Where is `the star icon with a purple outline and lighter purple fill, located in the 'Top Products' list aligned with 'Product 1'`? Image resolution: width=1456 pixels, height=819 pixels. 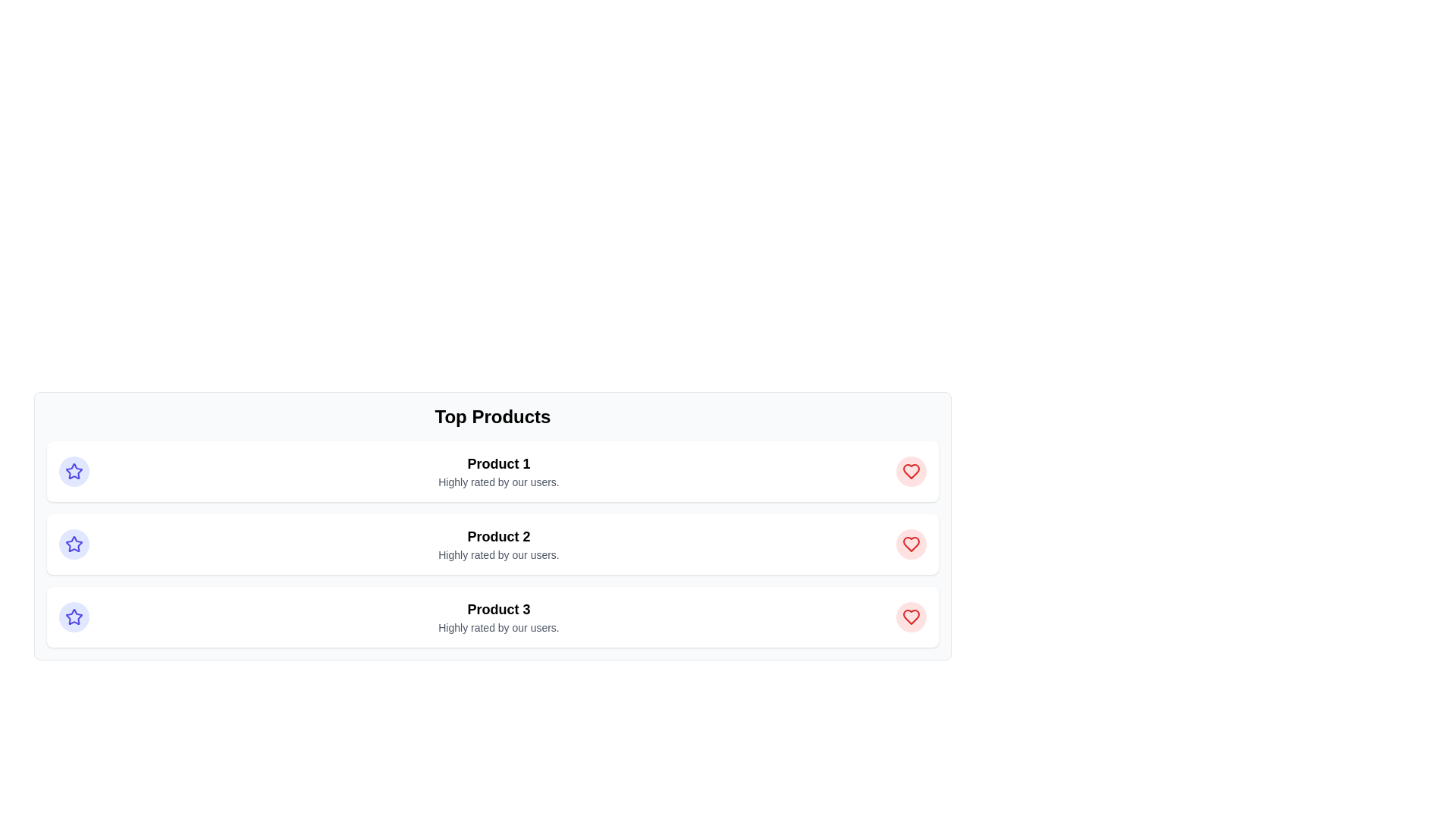
the star icon with a purple outline and lighter purple fill, located in the 'Top Products' list aligned with 'Product 1' is located at coordinates (73, 543).